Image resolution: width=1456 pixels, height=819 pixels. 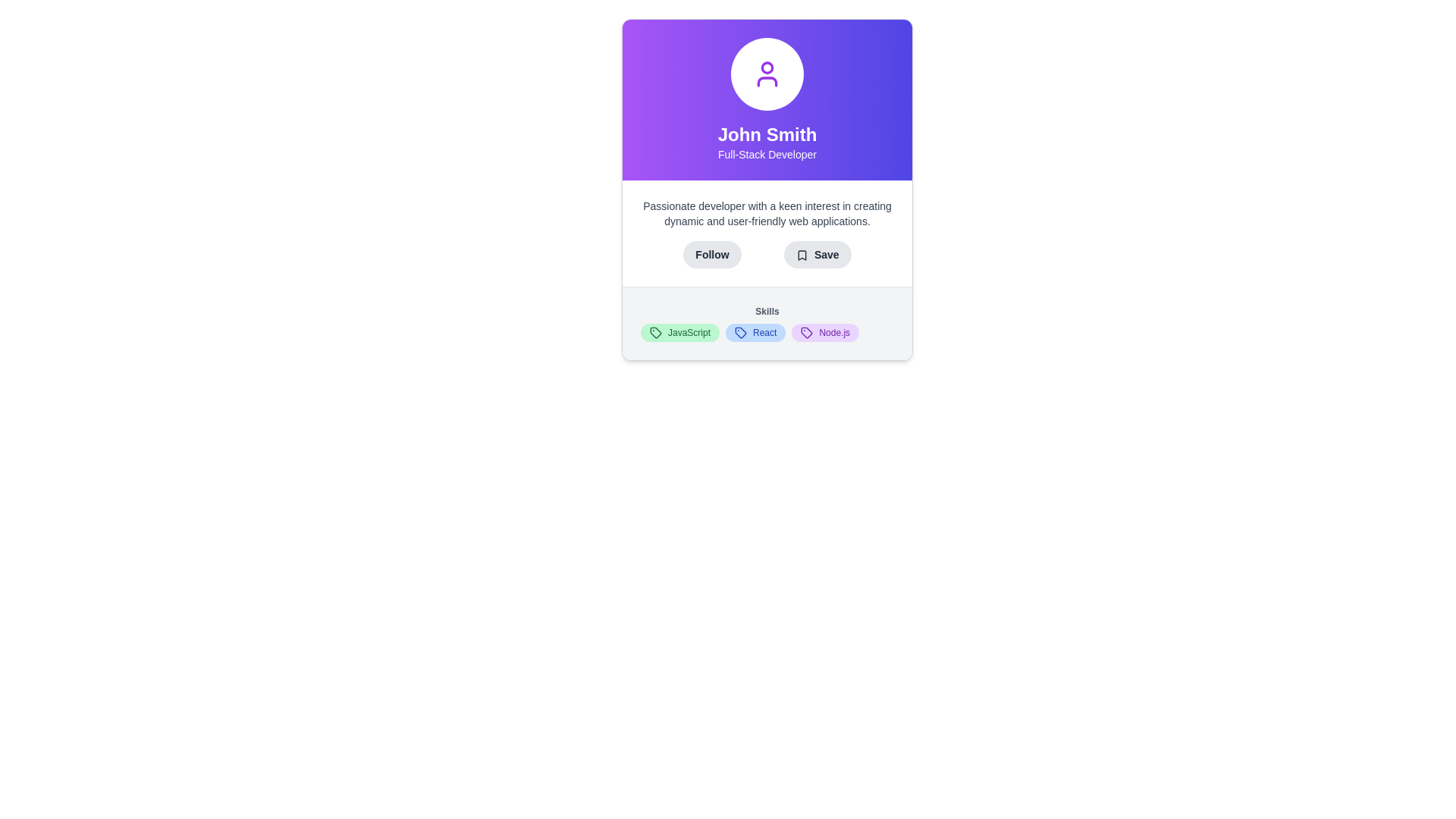 What do you see at coordinates (767, 213) in the screenshot?
I see `the static text label that reads 'Passionate developer with a keen interest in creating dynamic and user-friendly web applications.' positioned under 'John Smith' and above the Follow and Save buttons` at bounding box center [767, 213].